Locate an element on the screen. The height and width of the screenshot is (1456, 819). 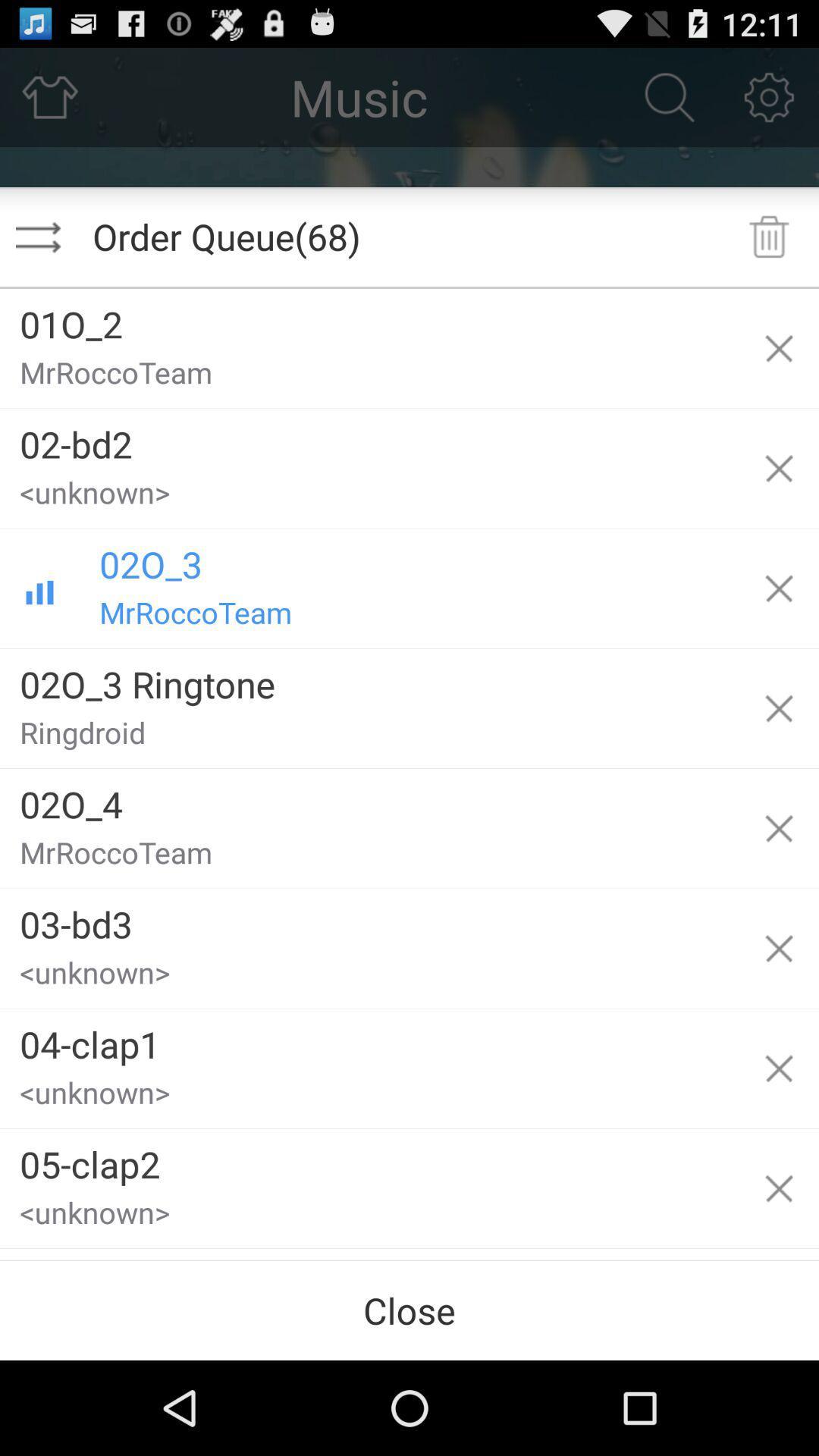
03-bd3 app is located at coordinates (369, 918).